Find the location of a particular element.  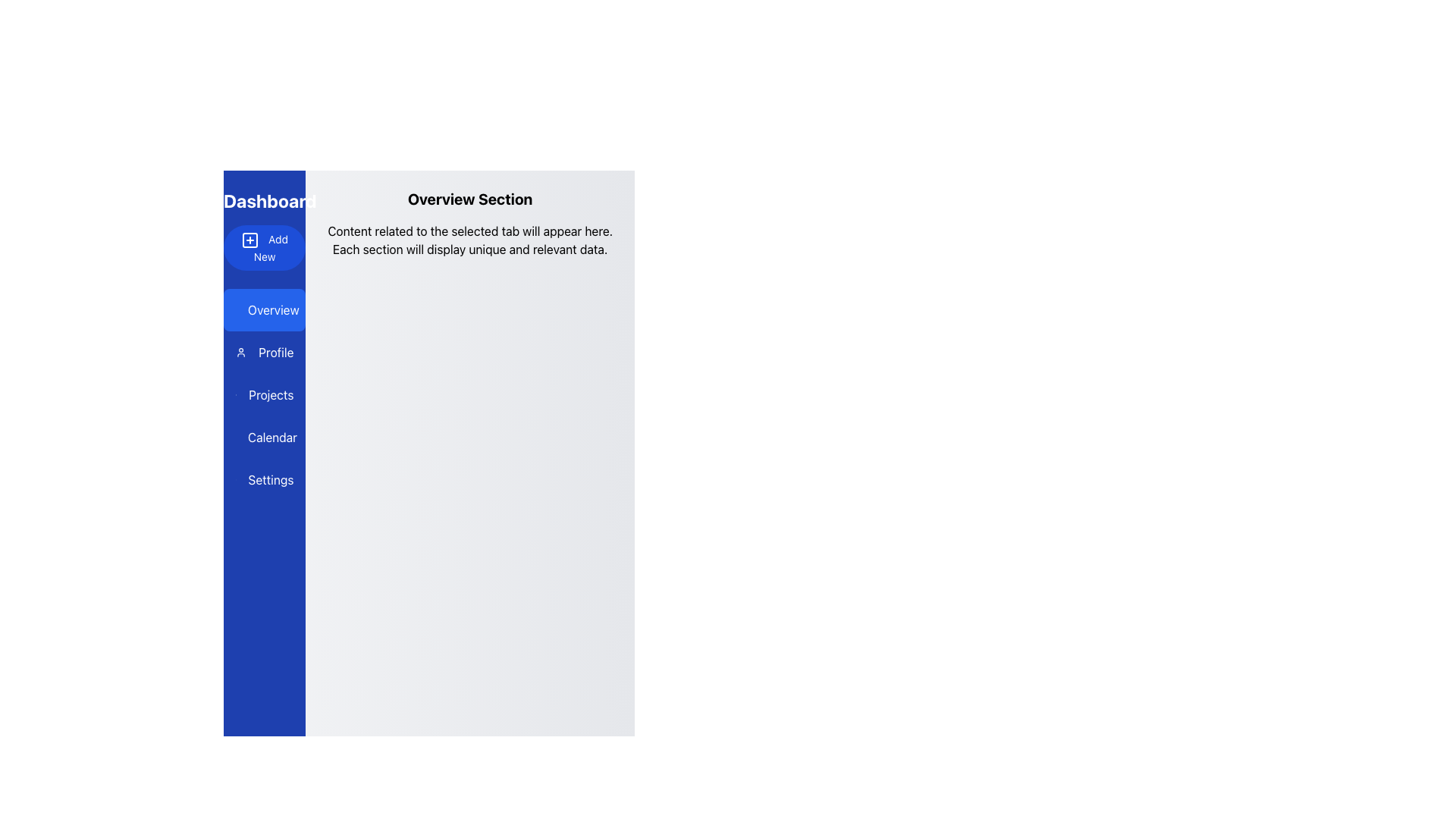

the bold title text 'Dashboard' displayed in large font size at the top of the sidebar, which is visually prominent with white font color on a blue background is located at coordinates (265, 200).